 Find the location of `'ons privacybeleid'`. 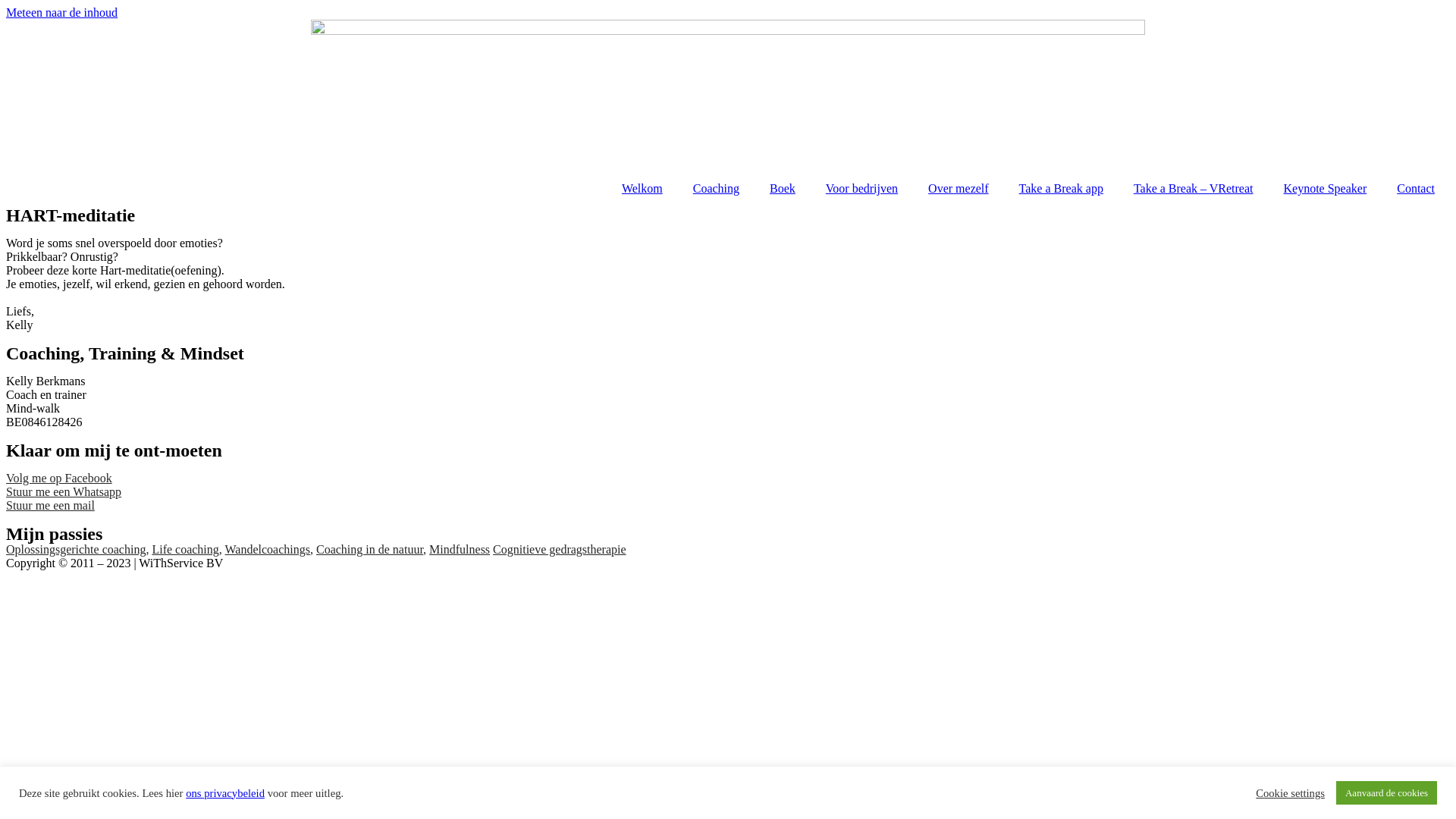

'ons privacybeleid' is located at coordinates (224, 792).